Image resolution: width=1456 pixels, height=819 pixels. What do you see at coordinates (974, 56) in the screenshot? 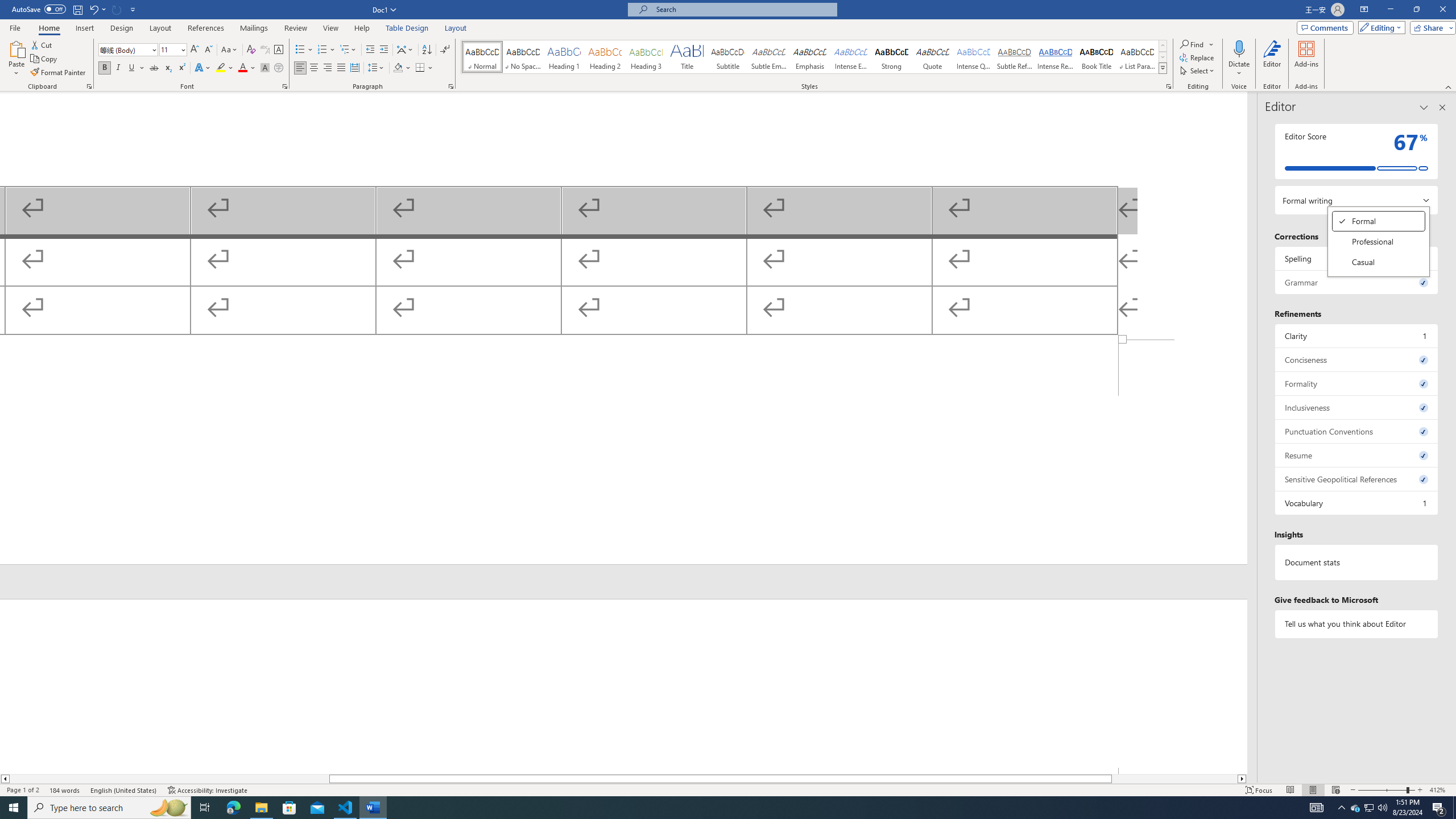
I see `'Intense Quote'` at bounding box center [974, 56].